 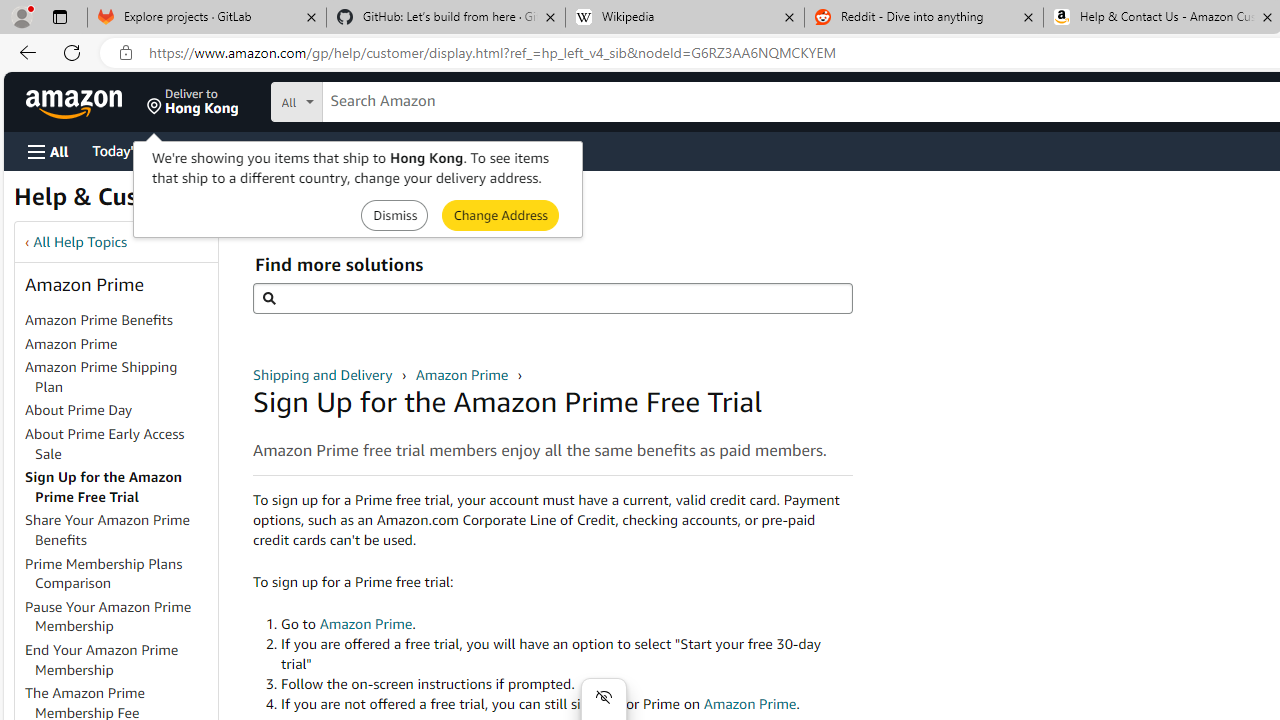 I want to click on 'Deliver to Hong Kong', so click(x=193, y=101).